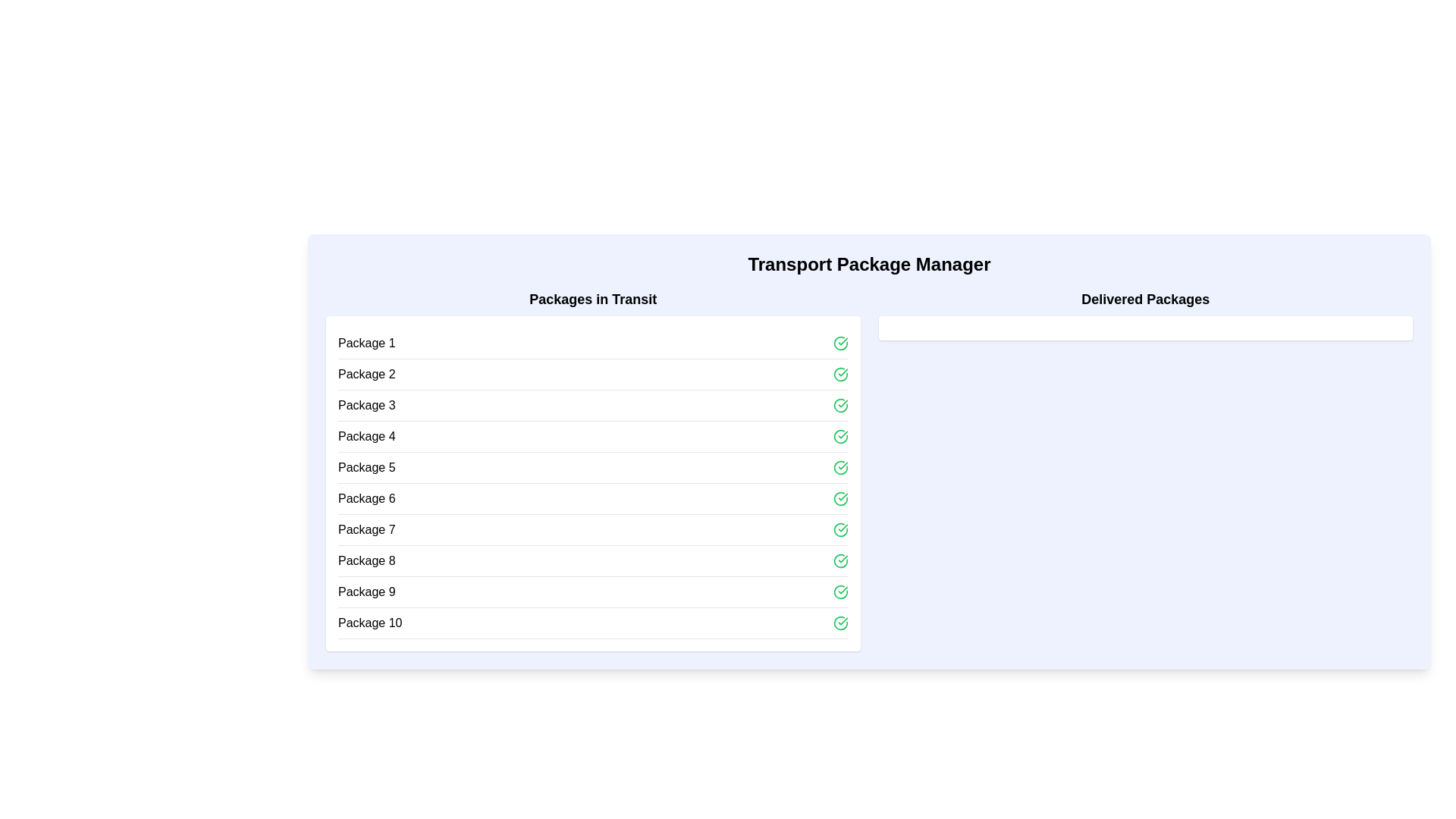  I want to click on on the text label displaying the identification name of the ninth item in the 'Packages in Transit' list, located between 'Package 8' and 'Package 10', so click(366, 591).